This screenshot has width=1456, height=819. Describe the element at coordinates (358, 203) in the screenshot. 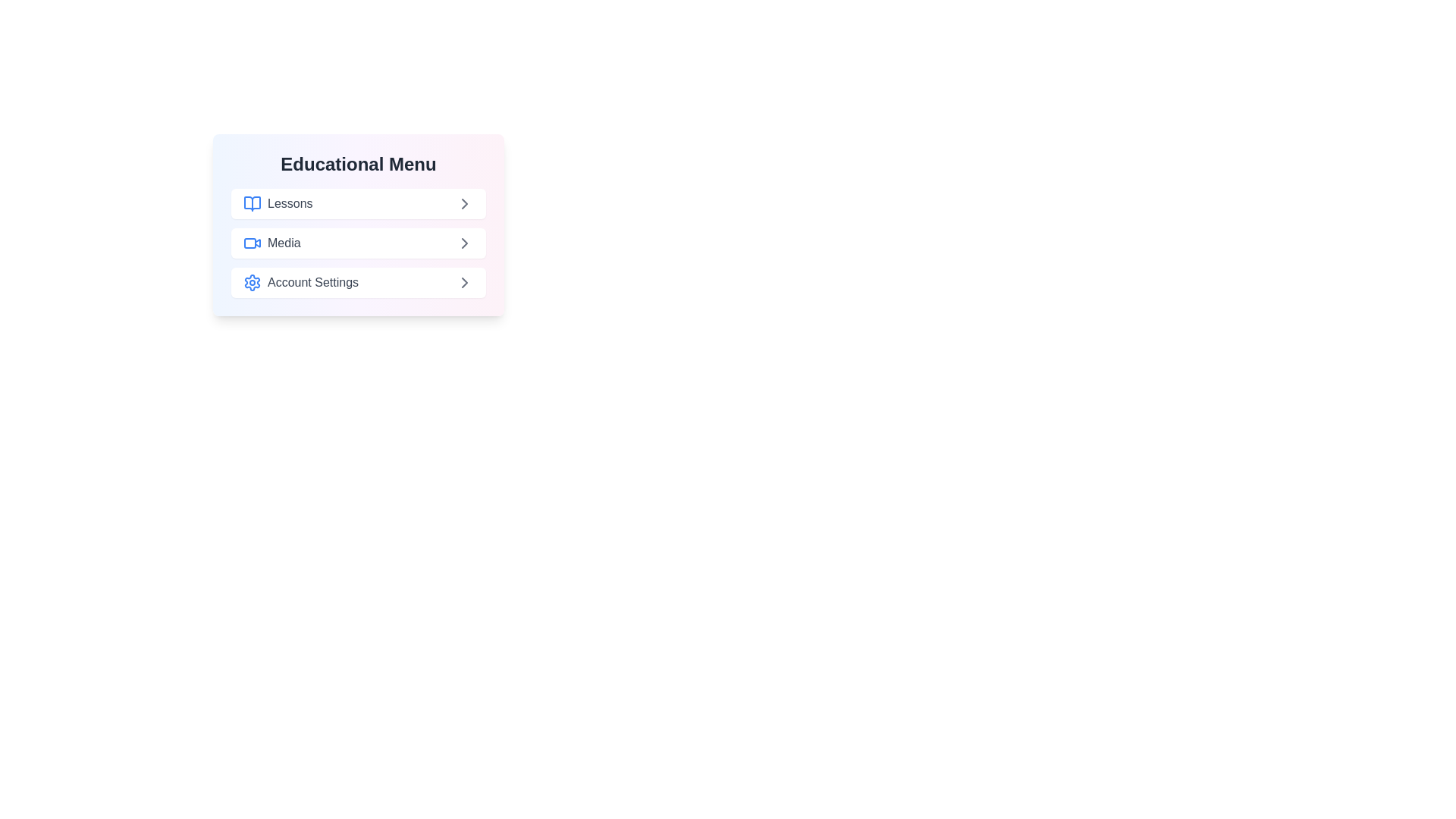

I see `the 'Lessons' button, which is the first item in the educational menu stack, to provide visual feedback` at that location.